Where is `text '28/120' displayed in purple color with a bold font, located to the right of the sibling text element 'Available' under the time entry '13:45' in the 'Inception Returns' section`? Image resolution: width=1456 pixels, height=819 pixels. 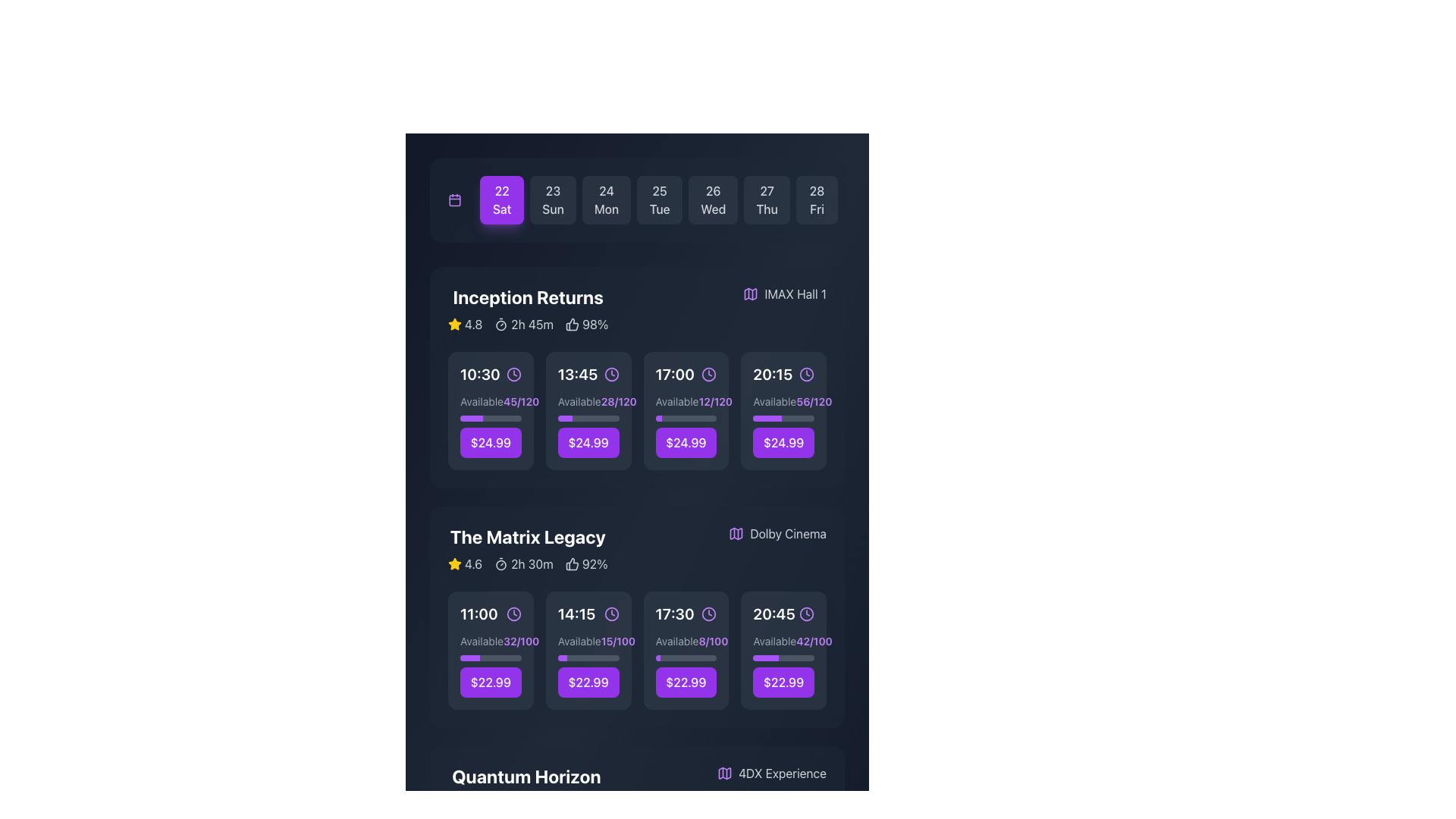 text '28/120' displayed in purple color with a bold font, located to the right of the sibling text element 'Available' under the time entry '13:45' in the 'Inception Returns' section is located at coordinates (619, 400).